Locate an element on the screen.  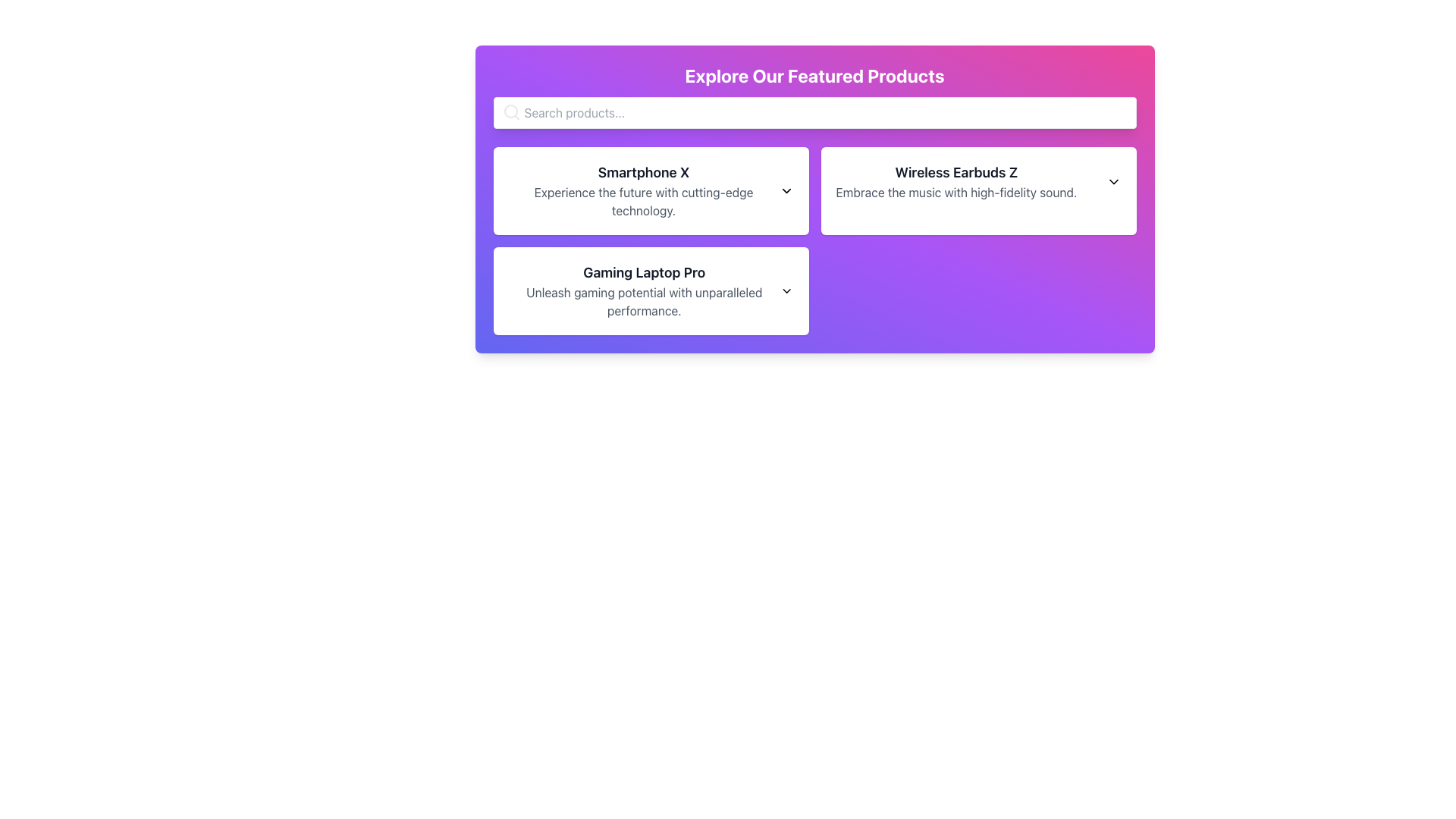
the small downward-pointing chevron icon located on the right side of the 'Gaming Laptop Pro' section is located at coordinates (786, 291).